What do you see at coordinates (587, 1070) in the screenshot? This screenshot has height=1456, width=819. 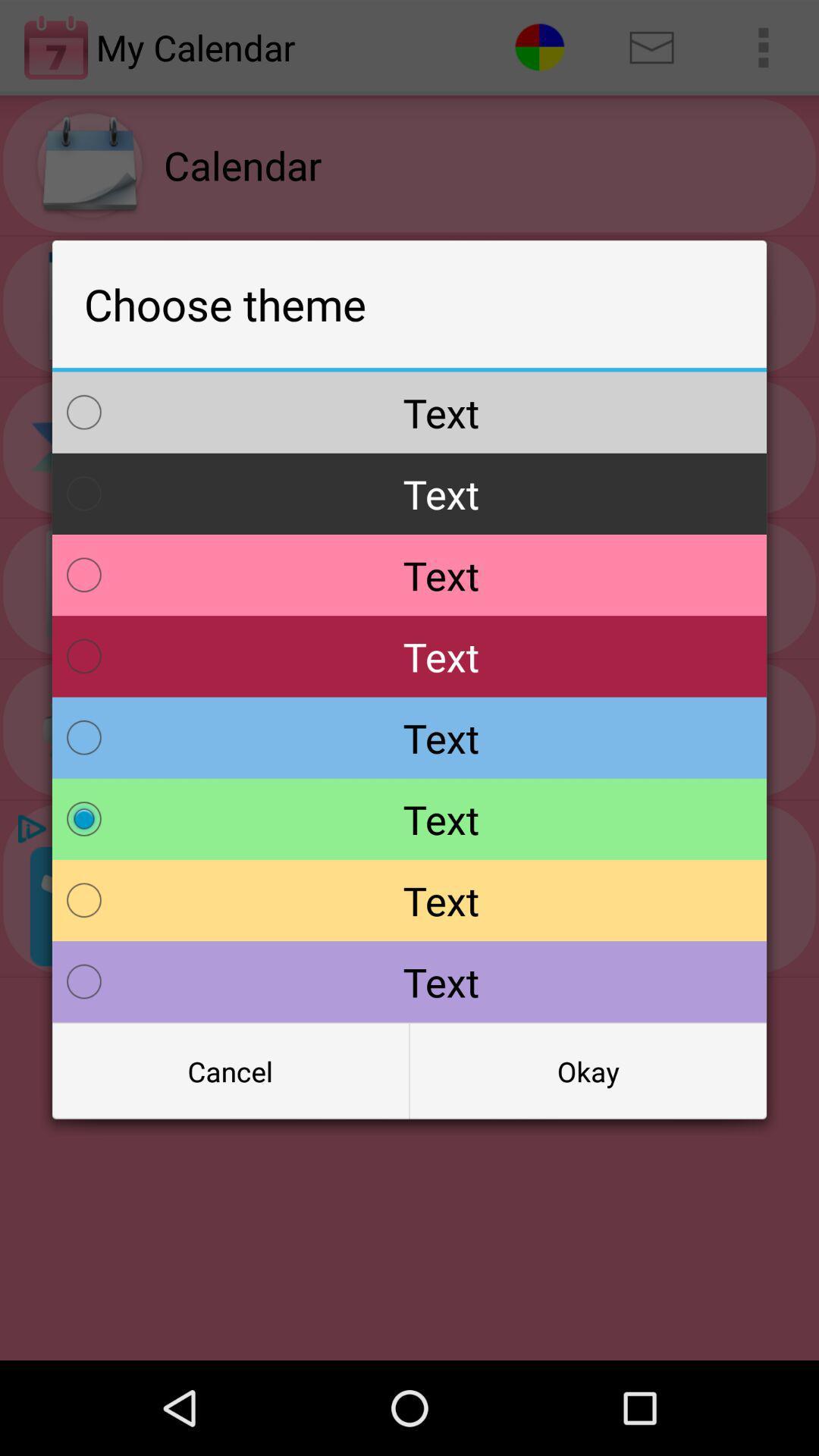 I see `the icon next to the cancel icon` at bounding box center [587, 1070].